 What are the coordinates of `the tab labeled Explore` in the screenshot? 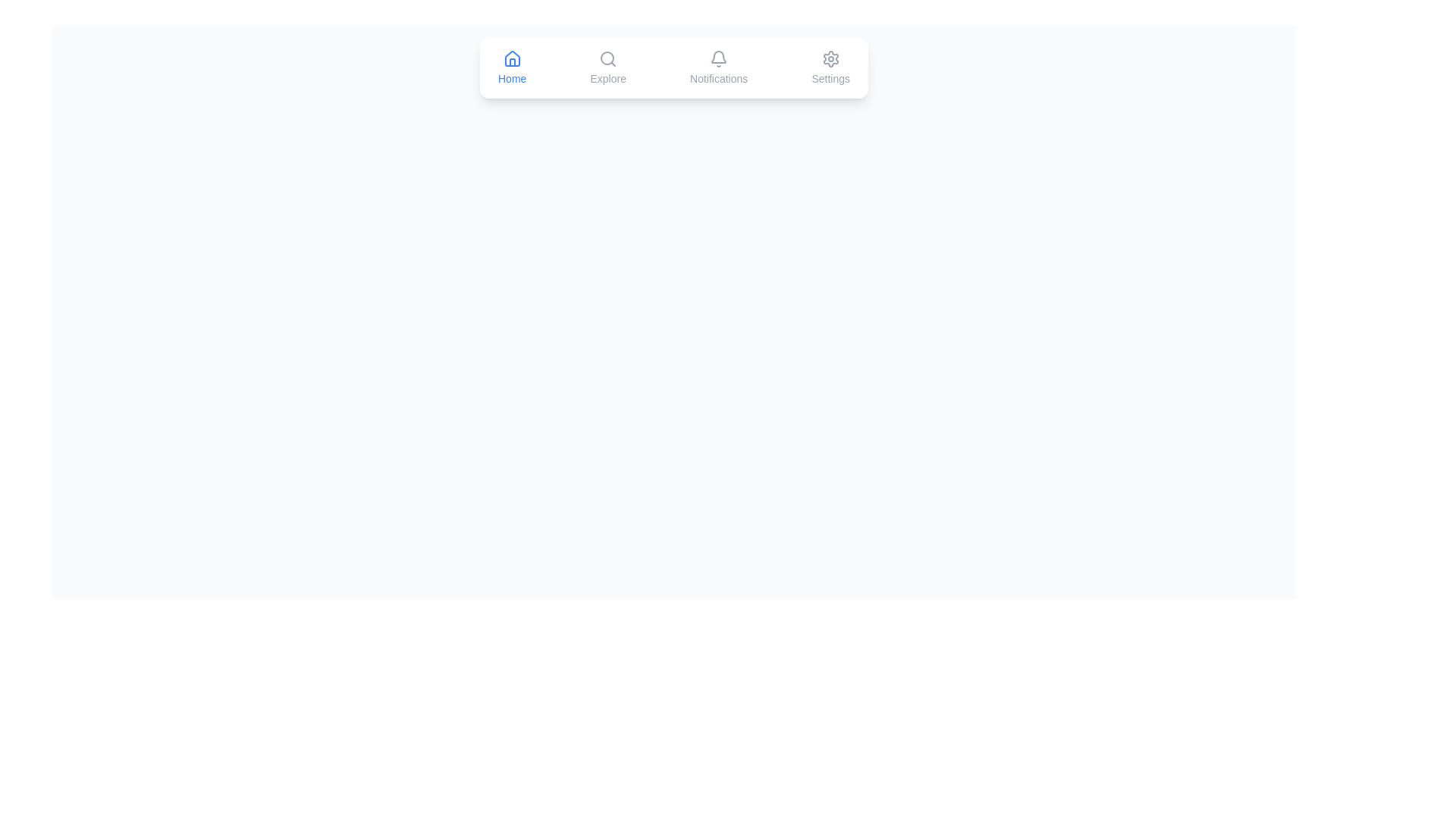 It's located at (607, 67).